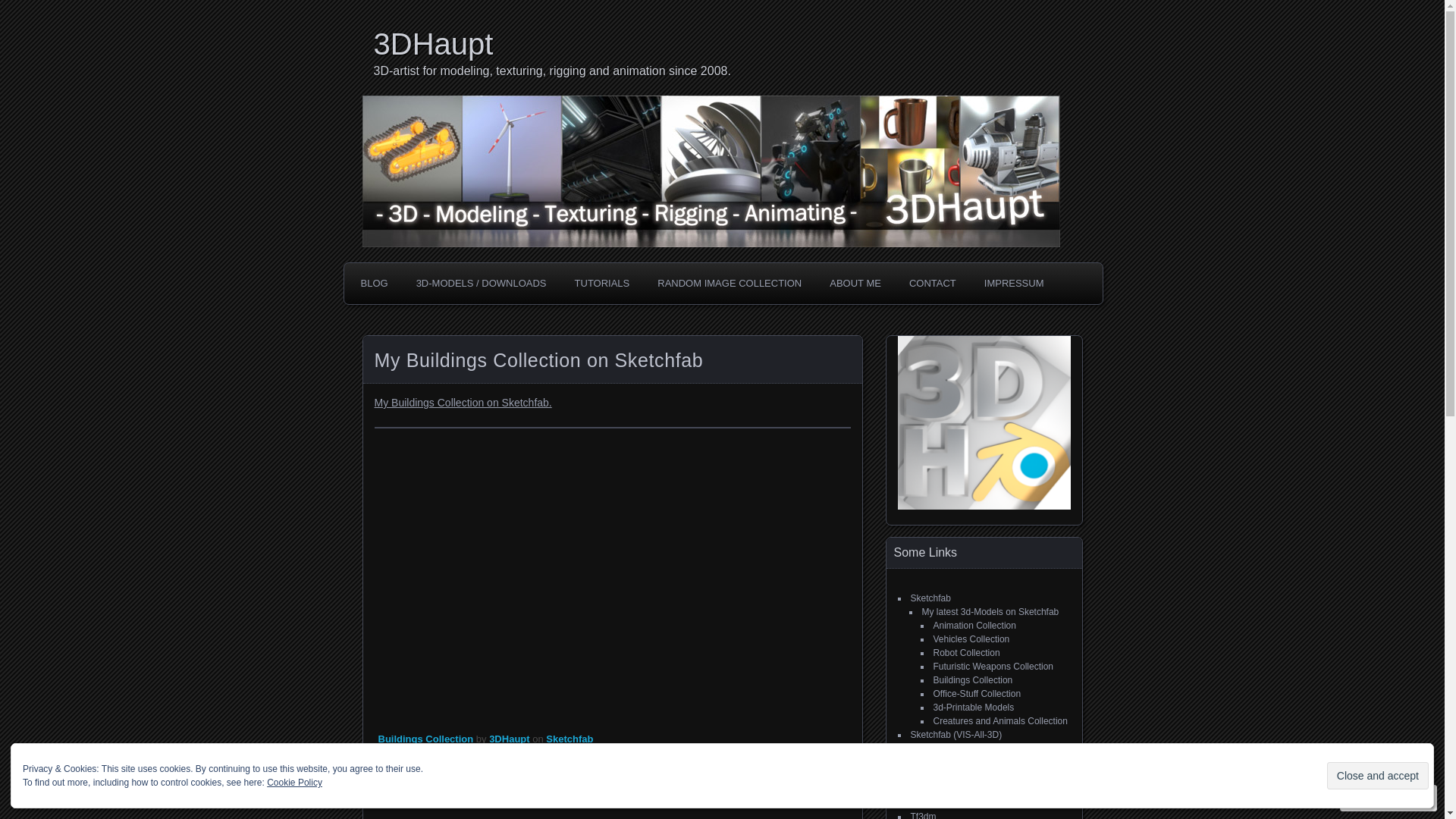  What do you see at coordinates (729, 284) in the screenshot?
I see `'RANDOM IMAGE COLLECTION'` at bounding box center [729, 284].